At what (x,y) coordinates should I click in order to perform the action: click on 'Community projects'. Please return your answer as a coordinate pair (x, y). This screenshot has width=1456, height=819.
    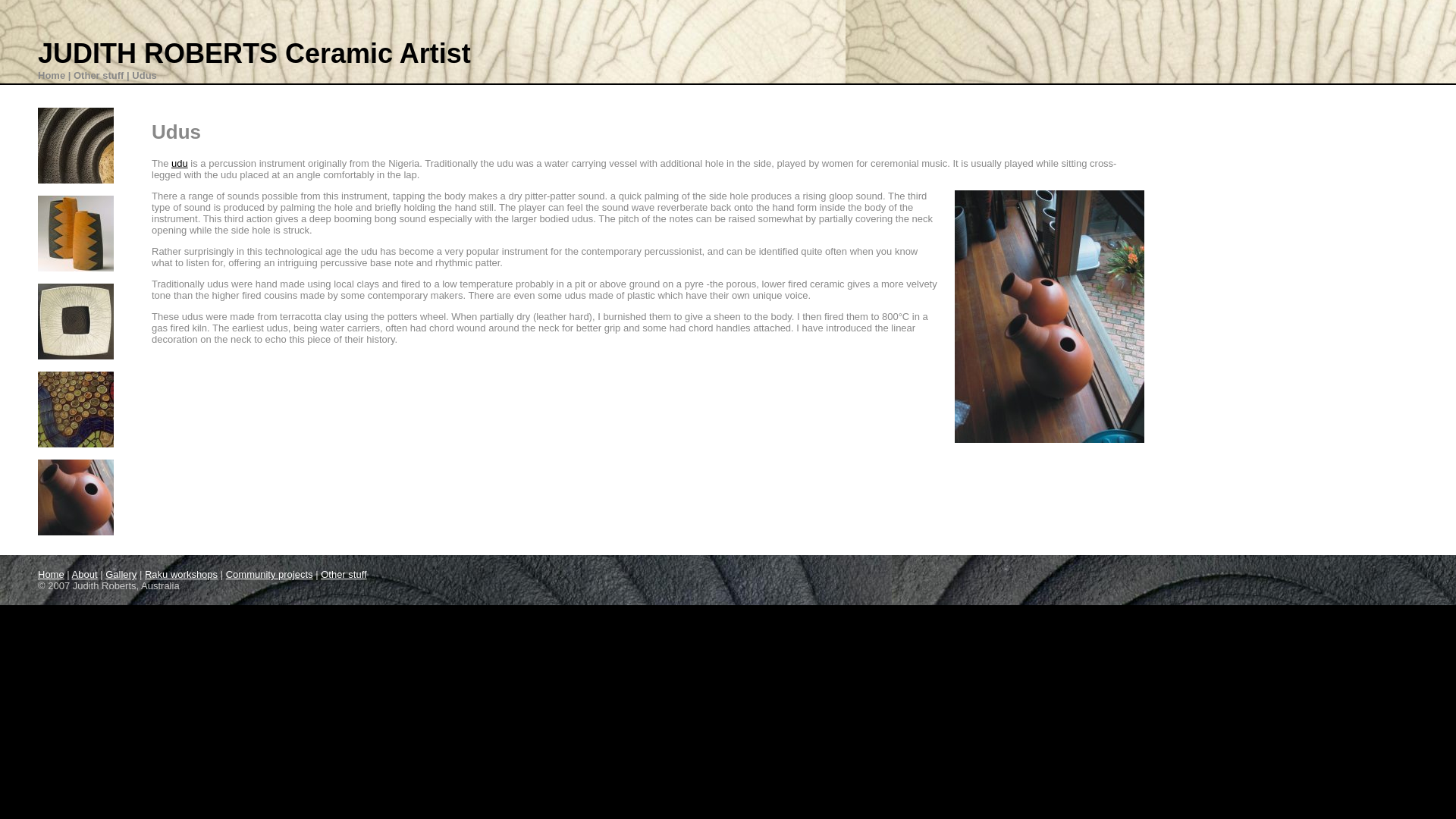
    Looking at the image, I should click on (269, 574).